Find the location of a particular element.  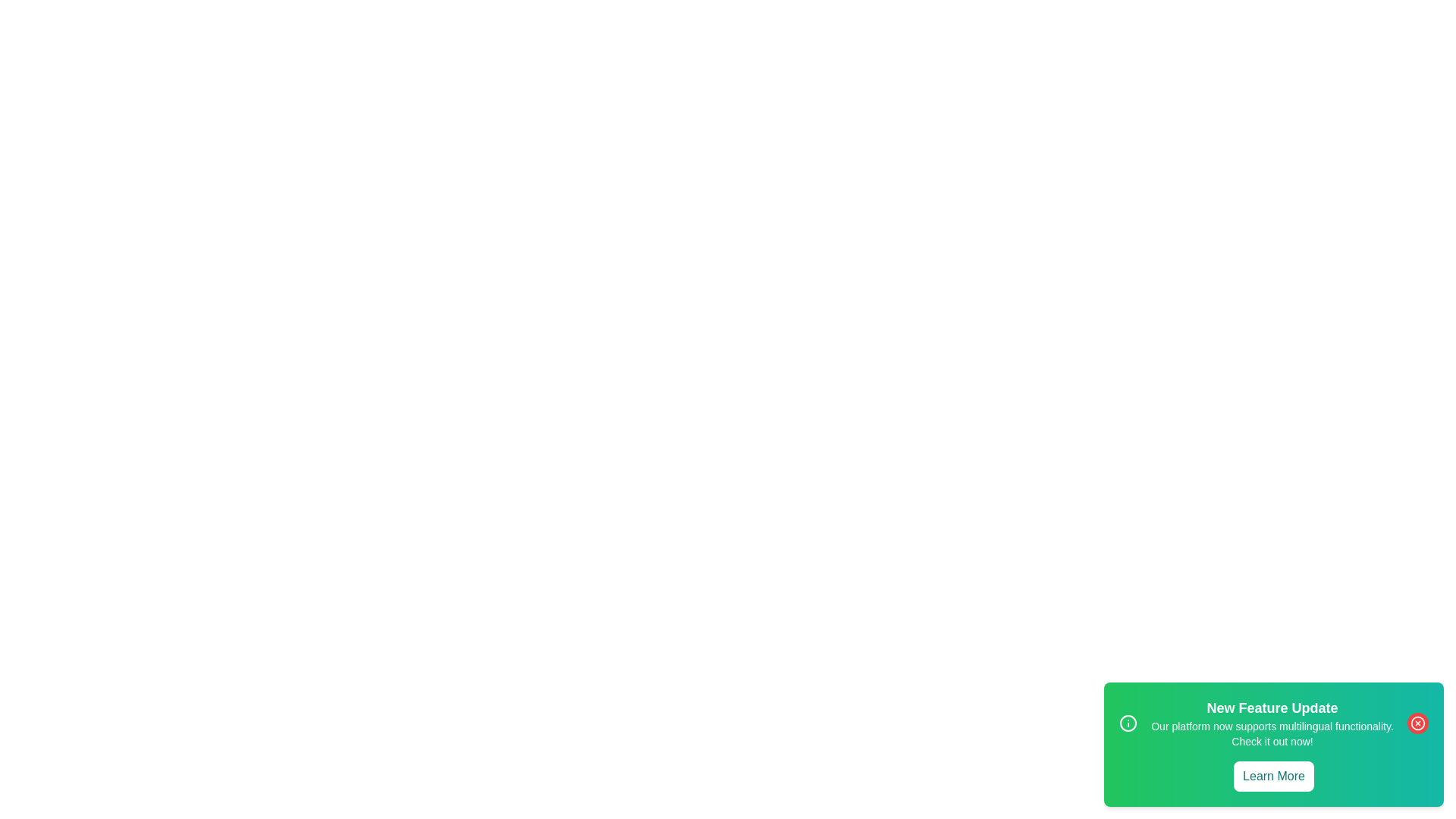

the 'Learn More' button to trigger the alert is located at coordinates (1274, 776).